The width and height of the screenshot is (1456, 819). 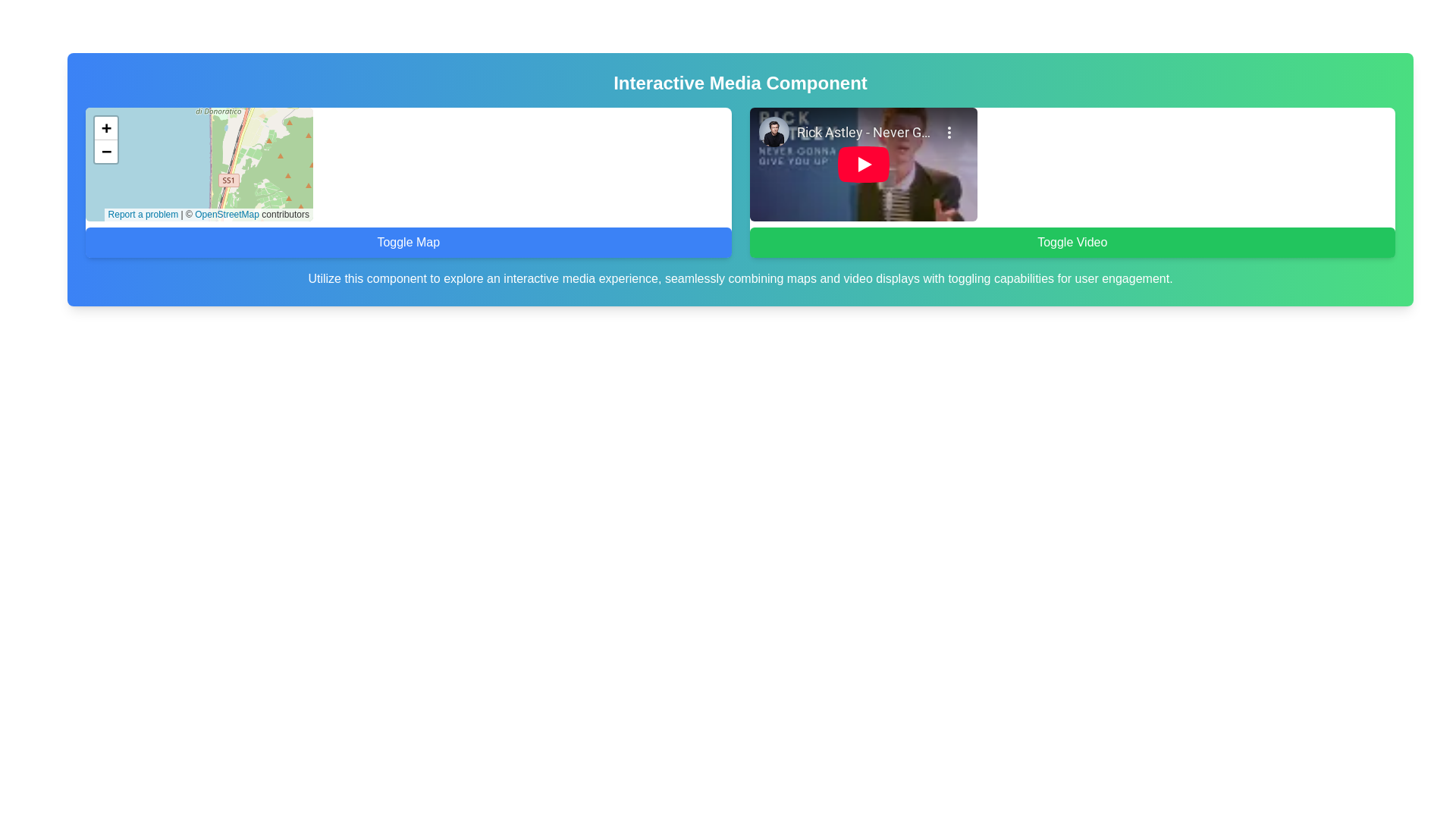 What do you see at coordinates (408, 242) in the screenshot?
I see `the blue rectangular button labeled 'Toggle Map'` at bounding box center [408, 242].